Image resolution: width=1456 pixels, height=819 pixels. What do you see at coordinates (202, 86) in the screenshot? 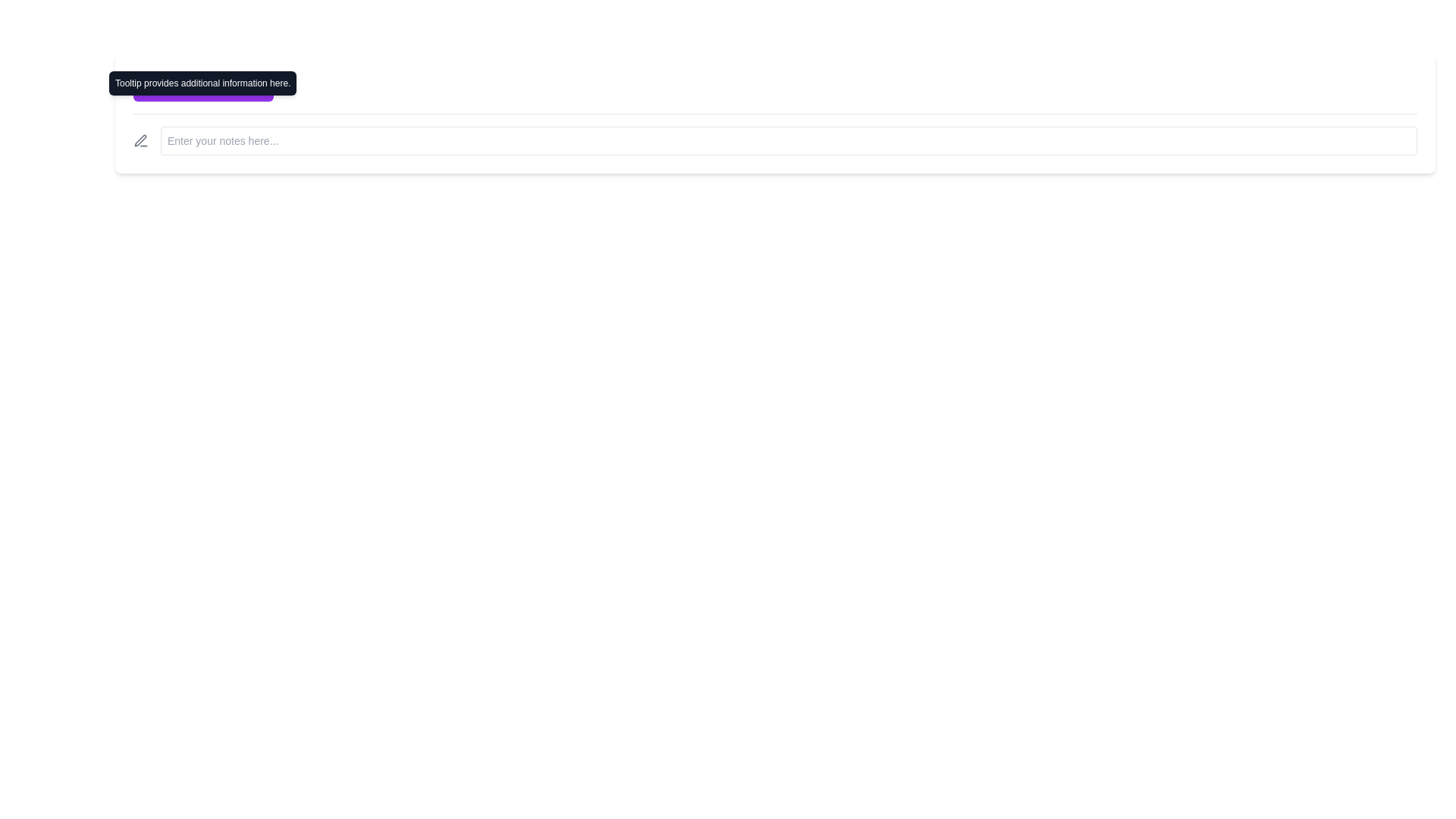
I see `the 'Hover for Info' button with a purple background and an information icon` at bounding box center [202, 86].